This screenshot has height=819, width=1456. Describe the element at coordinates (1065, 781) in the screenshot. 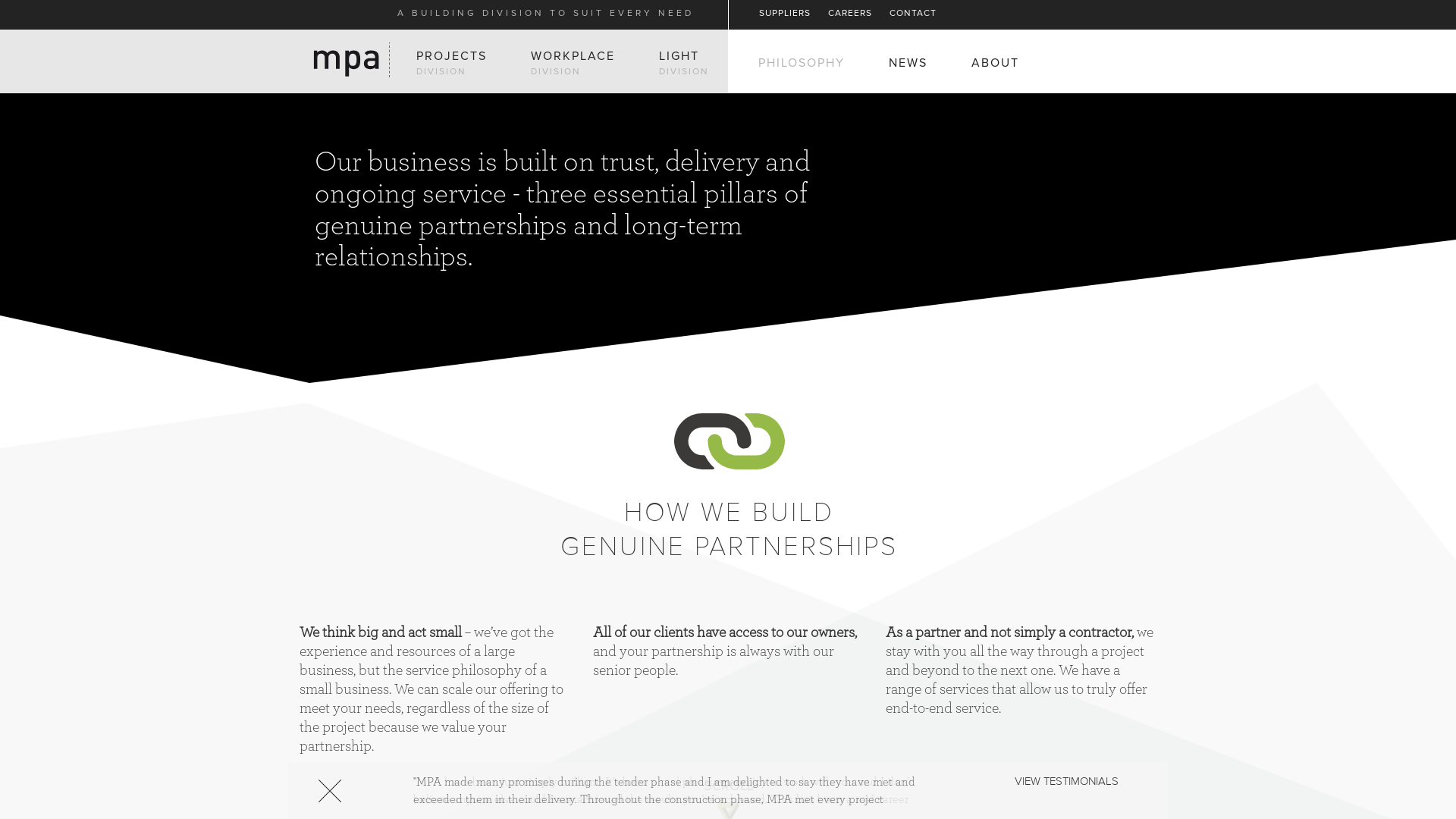

I see `'VIEW TESTIMONIALS'` at that location.